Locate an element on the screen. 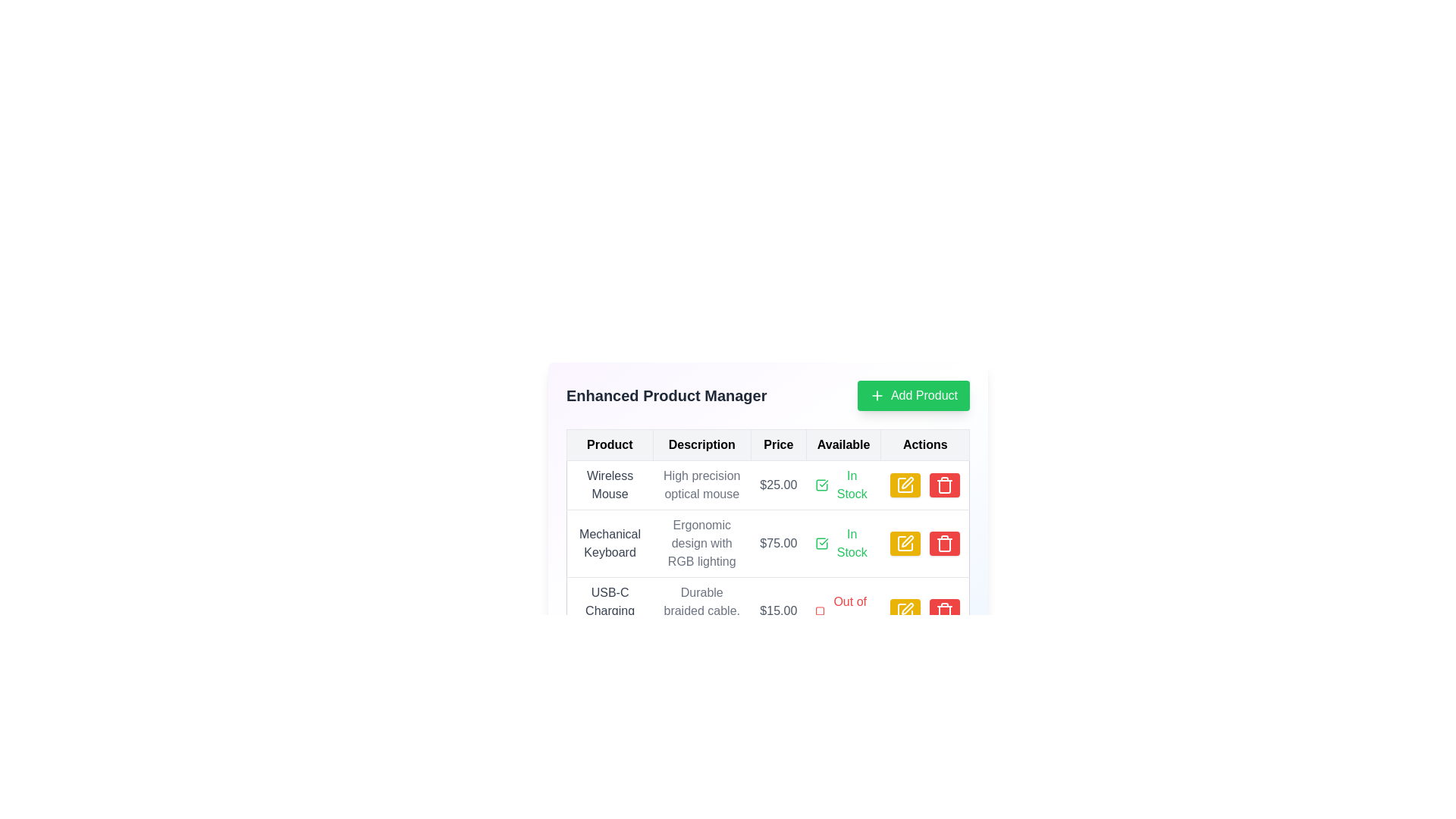  the edit icon resembling a pen inside a rounded yellow rectangular background in the 'Actions' column for the 'Mechanical Keyboard' product is located at coordinates (905, 543).